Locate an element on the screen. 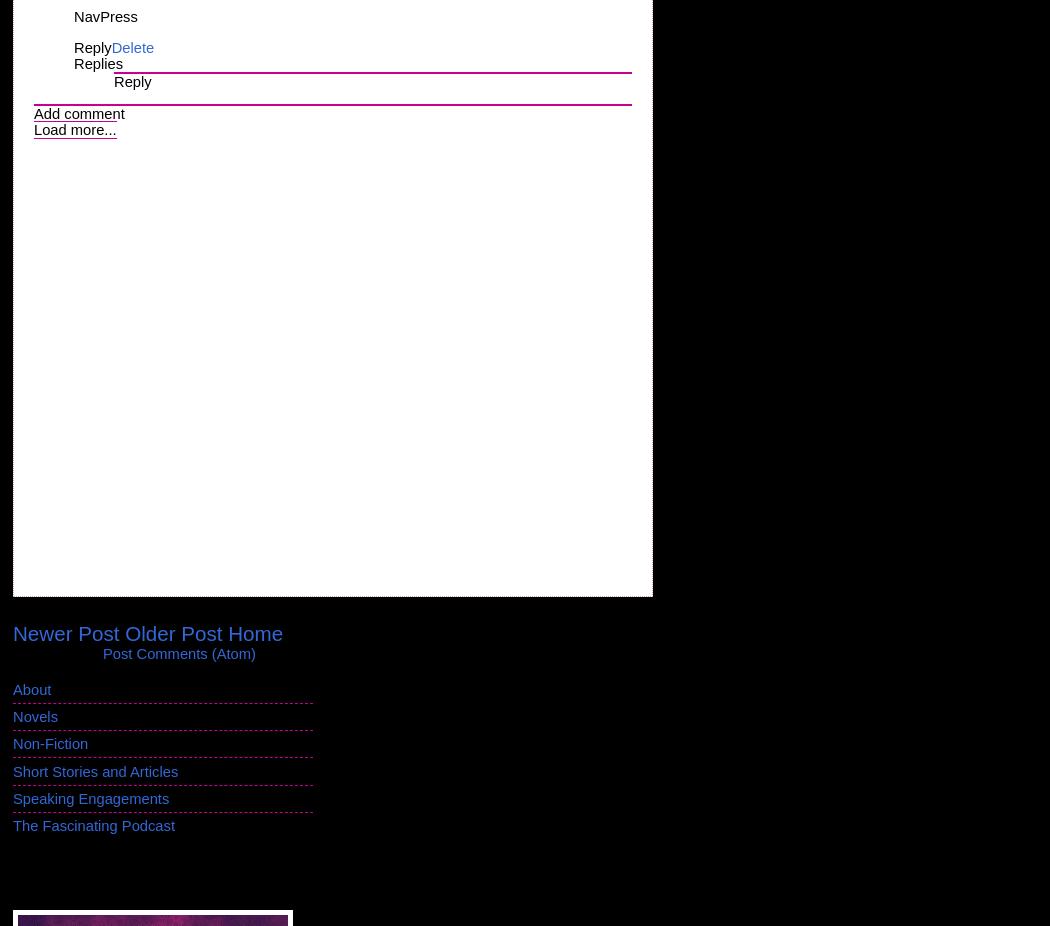 The image size is (1050, 926). 'The Crescent Stone (Sunlit Lands Book 1)' is located at coordinates (132, 876).